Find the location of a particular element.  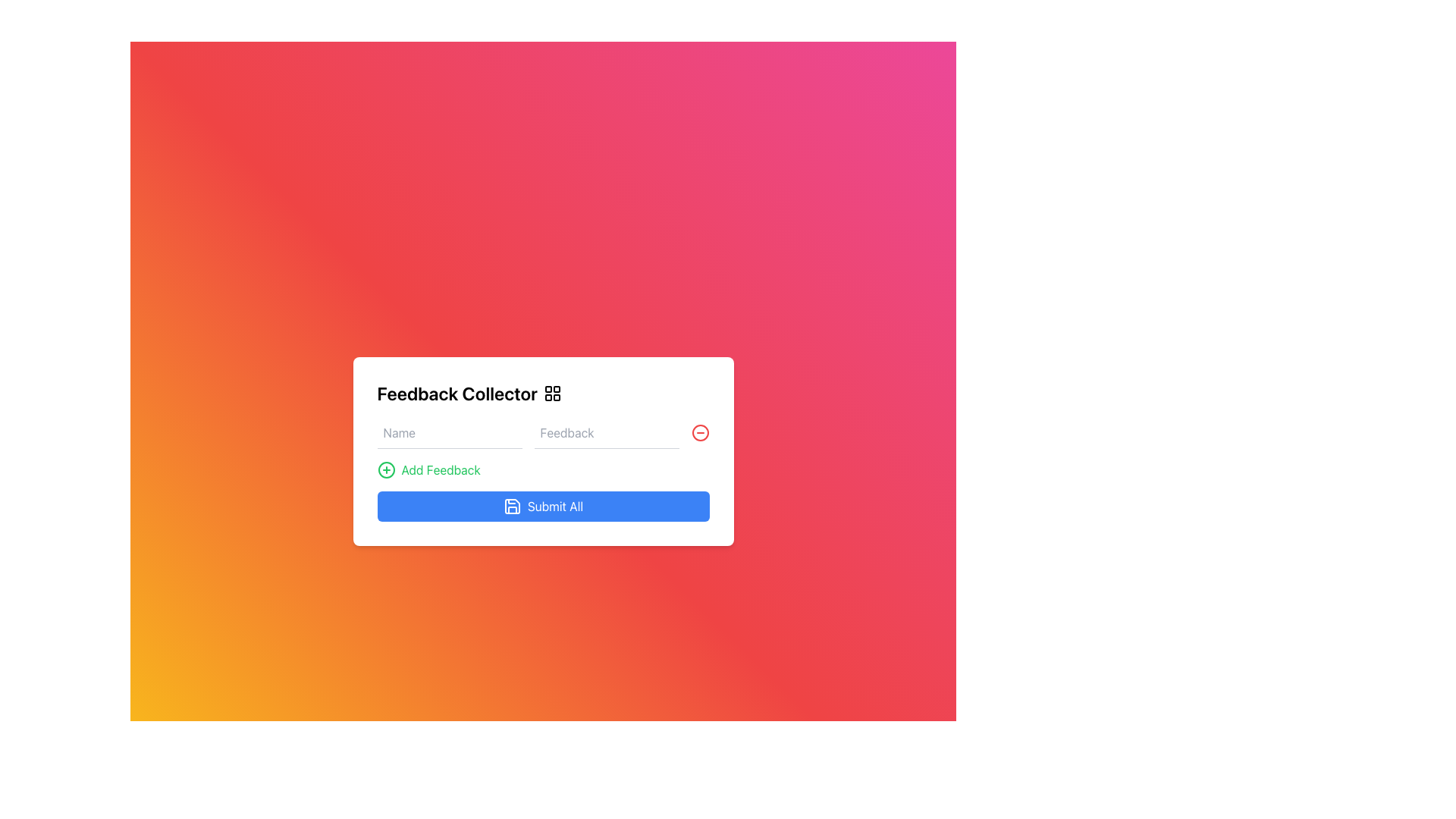

the 'Add Feedback' button located in the 'Feedback Collector' form, positioned under the 'Name' and 'Feedback' input fields and above the 'Submit All' button is located at coordinates (428, 469).